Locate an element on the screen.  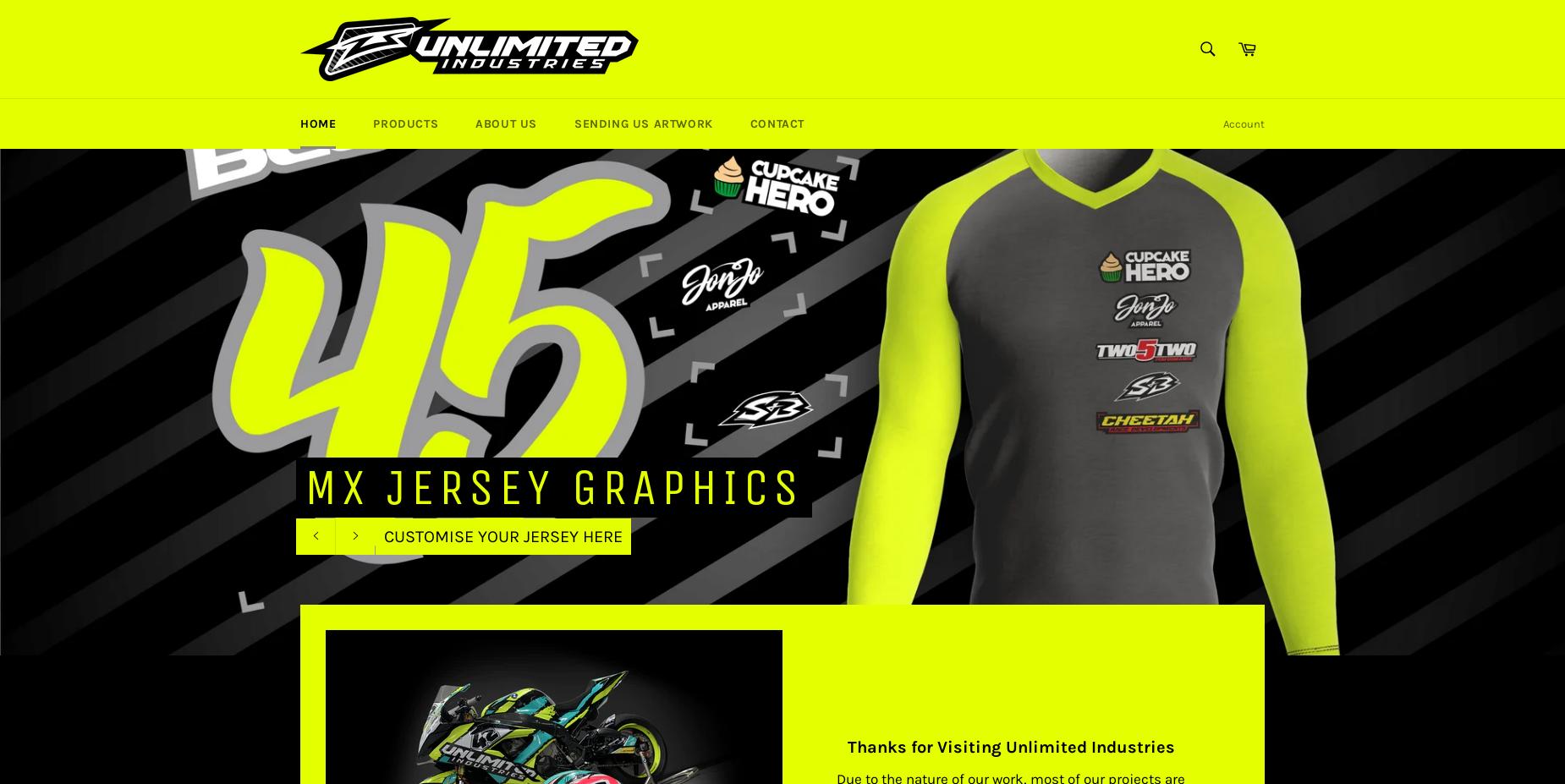
'Home' is located at coordinates (299, 123).